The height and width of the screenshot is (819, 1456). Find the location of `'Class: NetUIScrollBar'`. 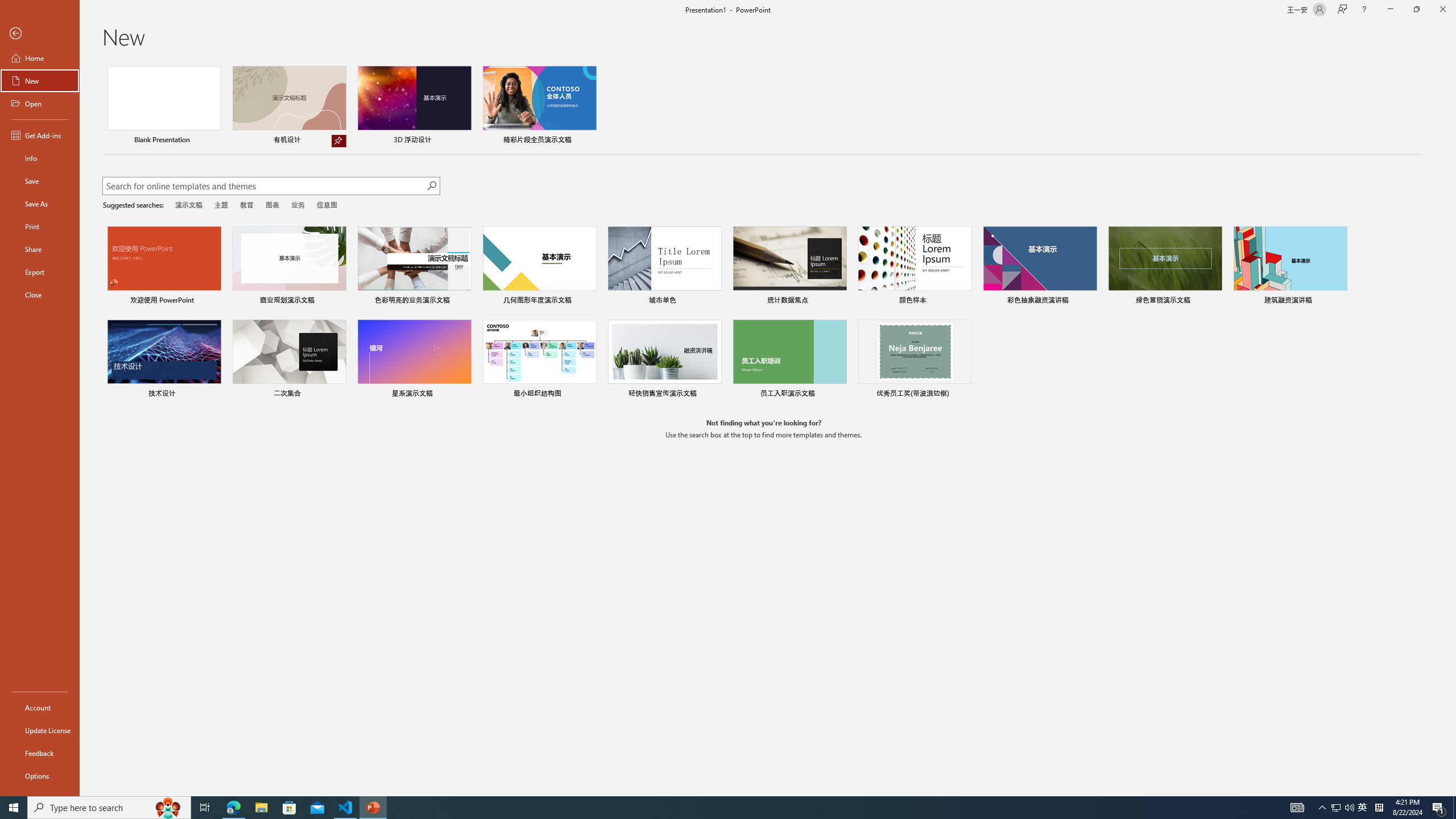

'Class: NetUIScrollBar' is located at coordinates (1451, 428).